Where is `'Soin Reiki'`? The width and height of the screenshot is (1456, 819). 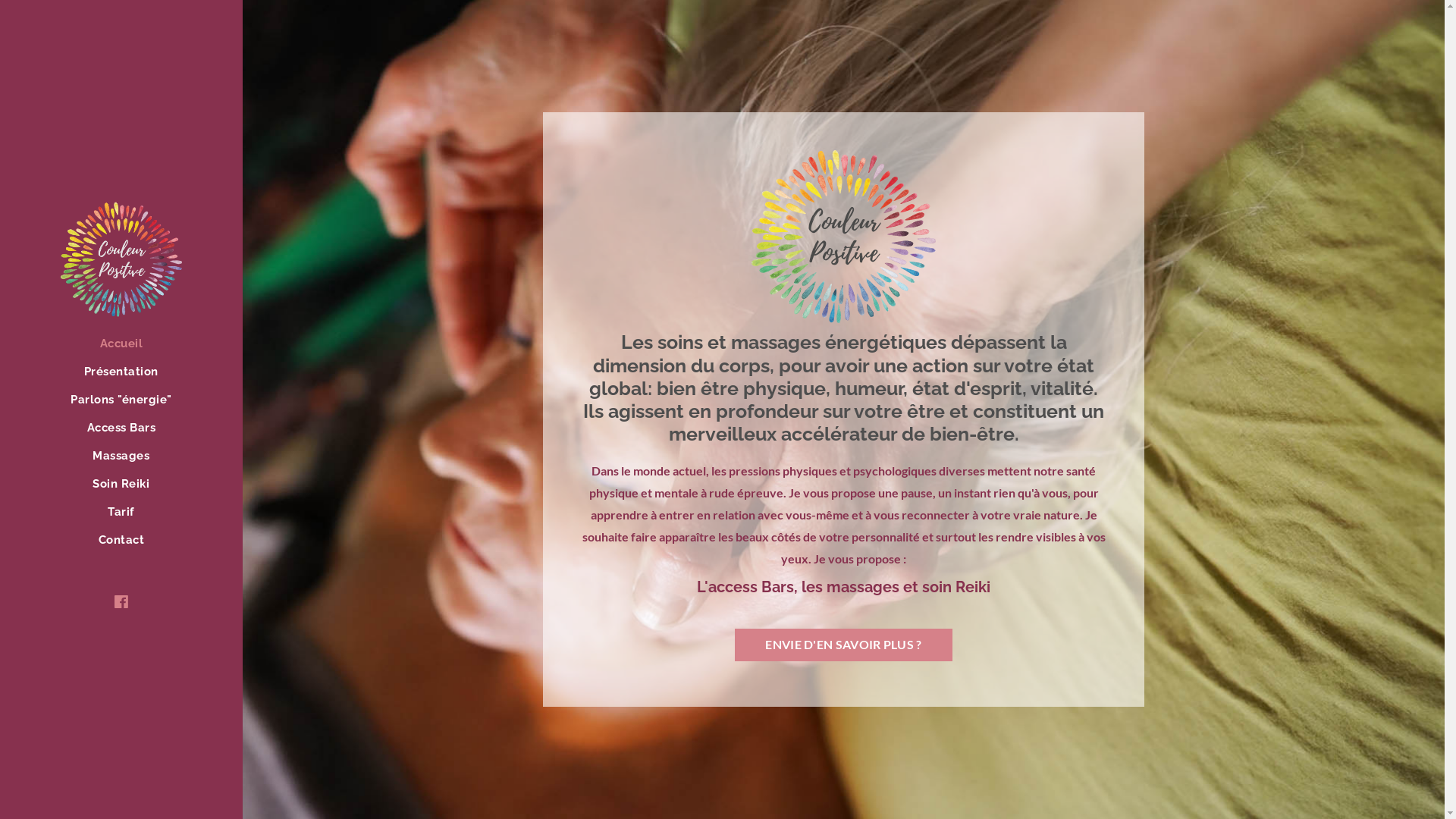
'Soin Reiki' is located at coordinates (120, 485).